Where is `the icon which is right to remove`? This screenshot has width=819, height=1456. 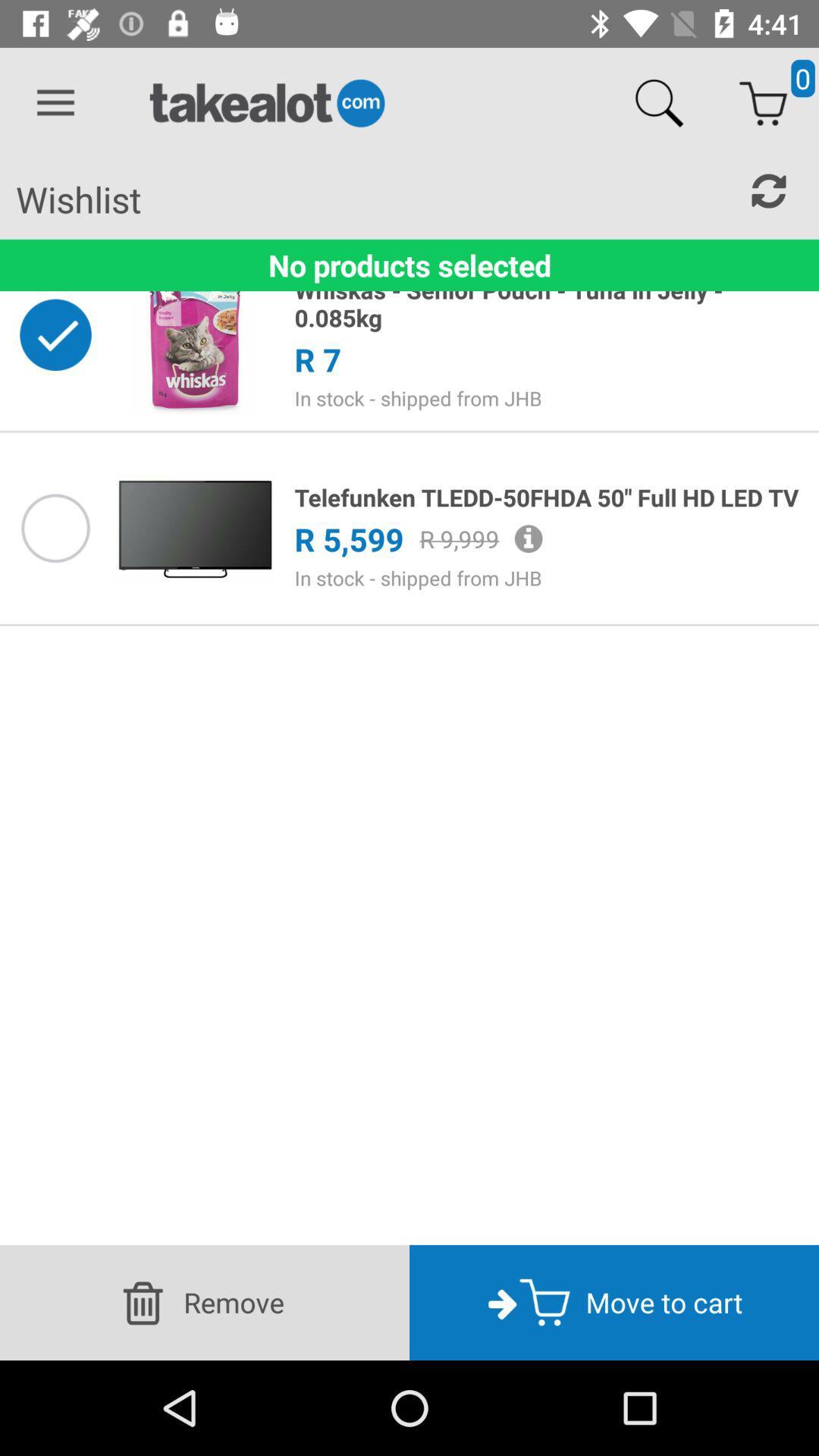 the icon which is right to remove is located at coordinates (503, 1301).